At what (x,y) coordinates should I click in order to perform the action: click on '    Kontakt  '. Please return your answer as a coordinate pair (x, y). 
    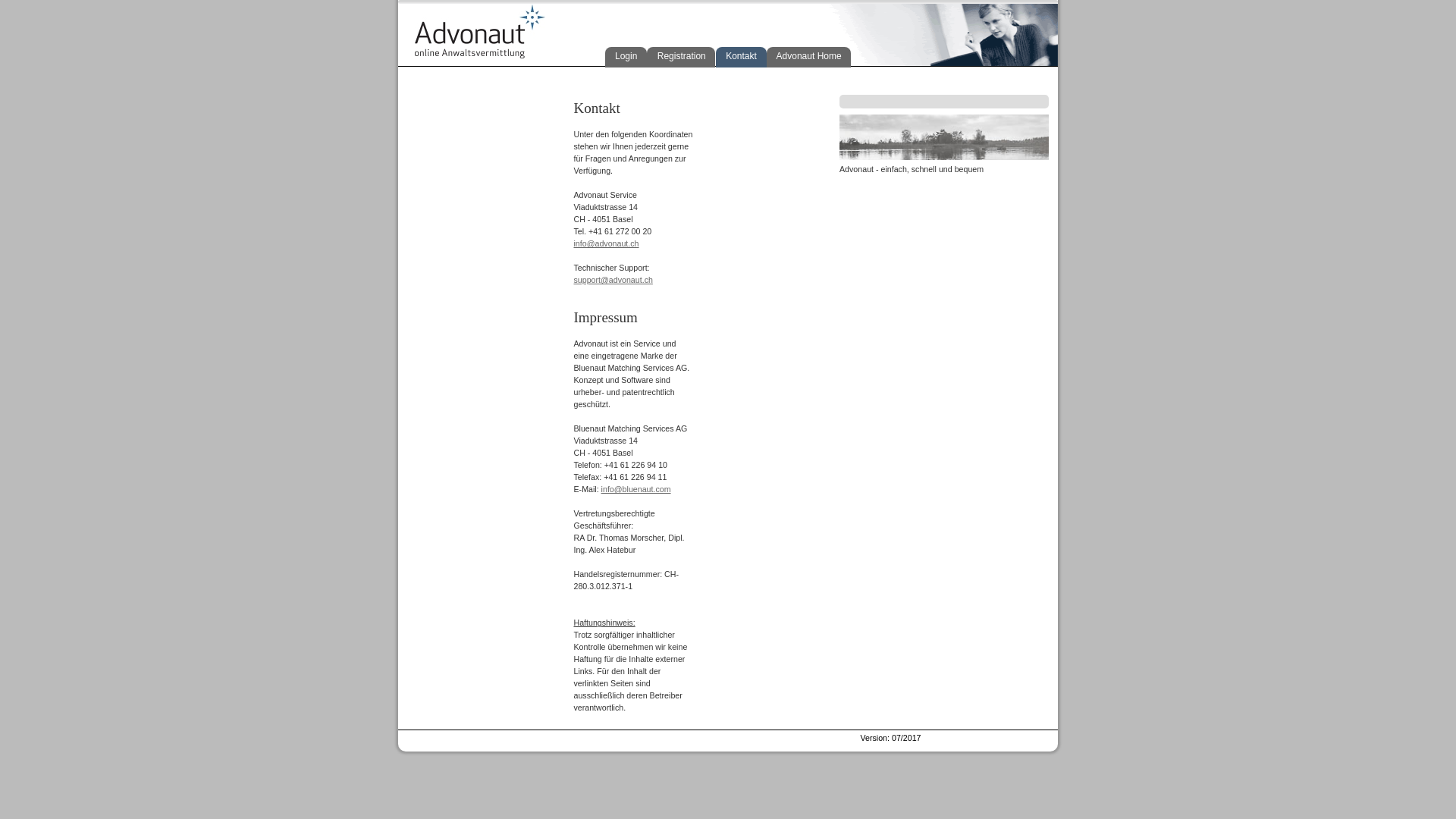
    Looking at the image, I should click on (741, 56).